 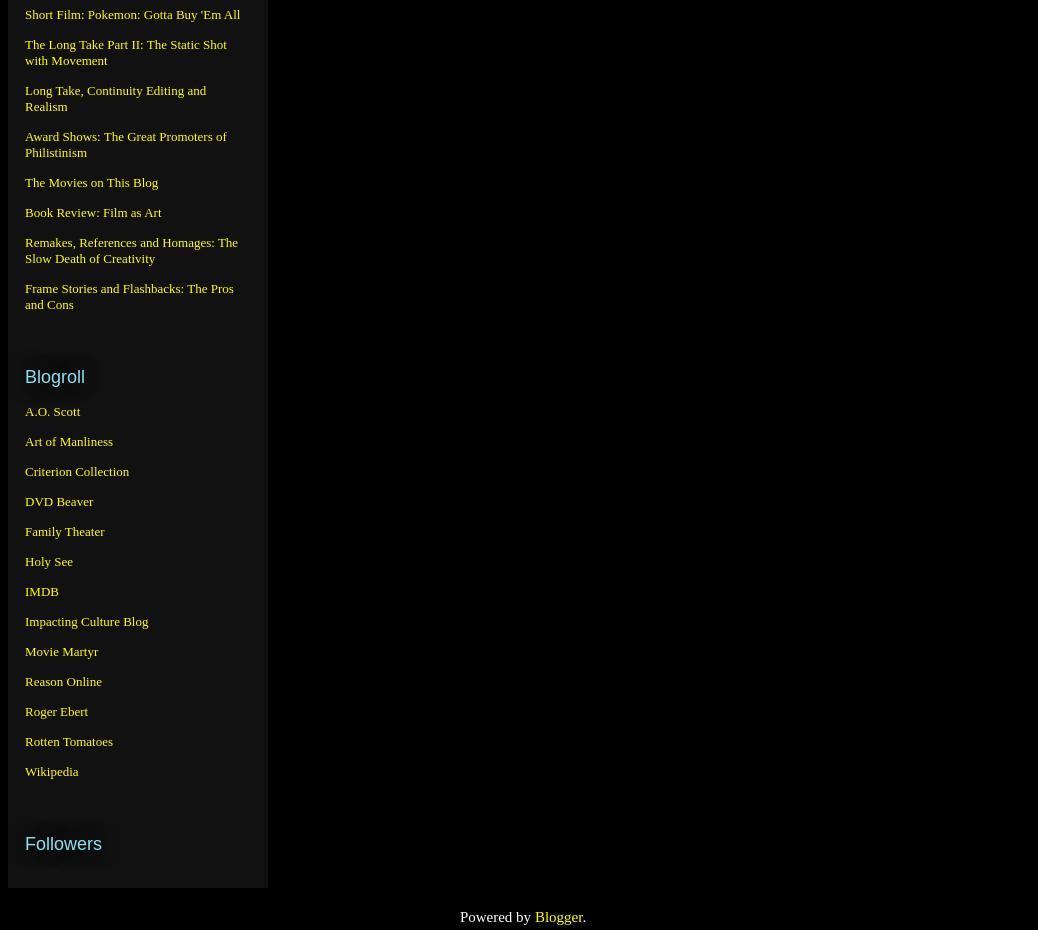 I want to click on 'Family Theater', so click(x=63, y=529).